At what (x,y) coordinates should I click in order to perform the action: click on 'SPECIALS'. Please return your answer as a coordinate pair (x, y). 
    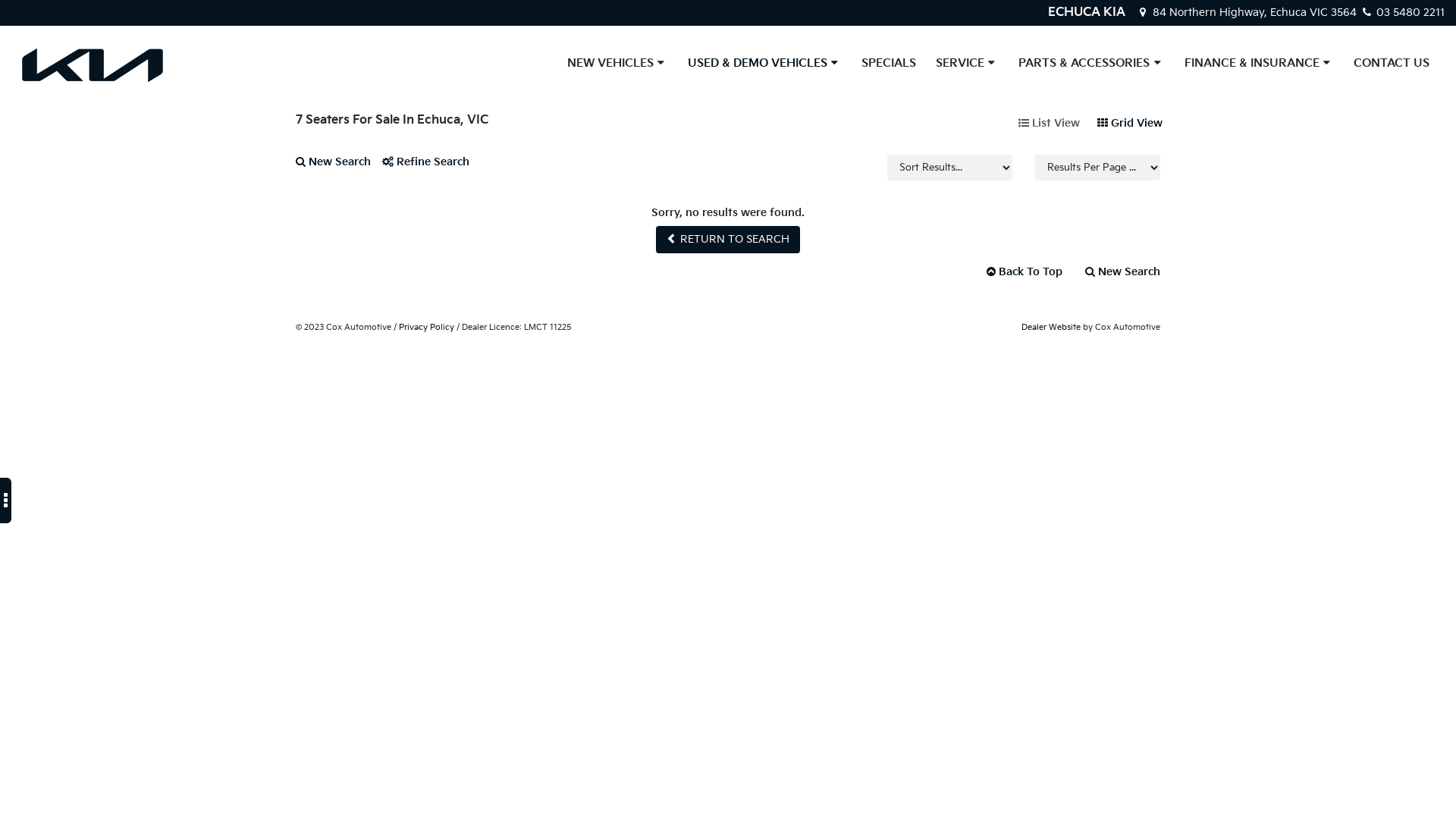
    Looking at the image, I should click on (888, 63).